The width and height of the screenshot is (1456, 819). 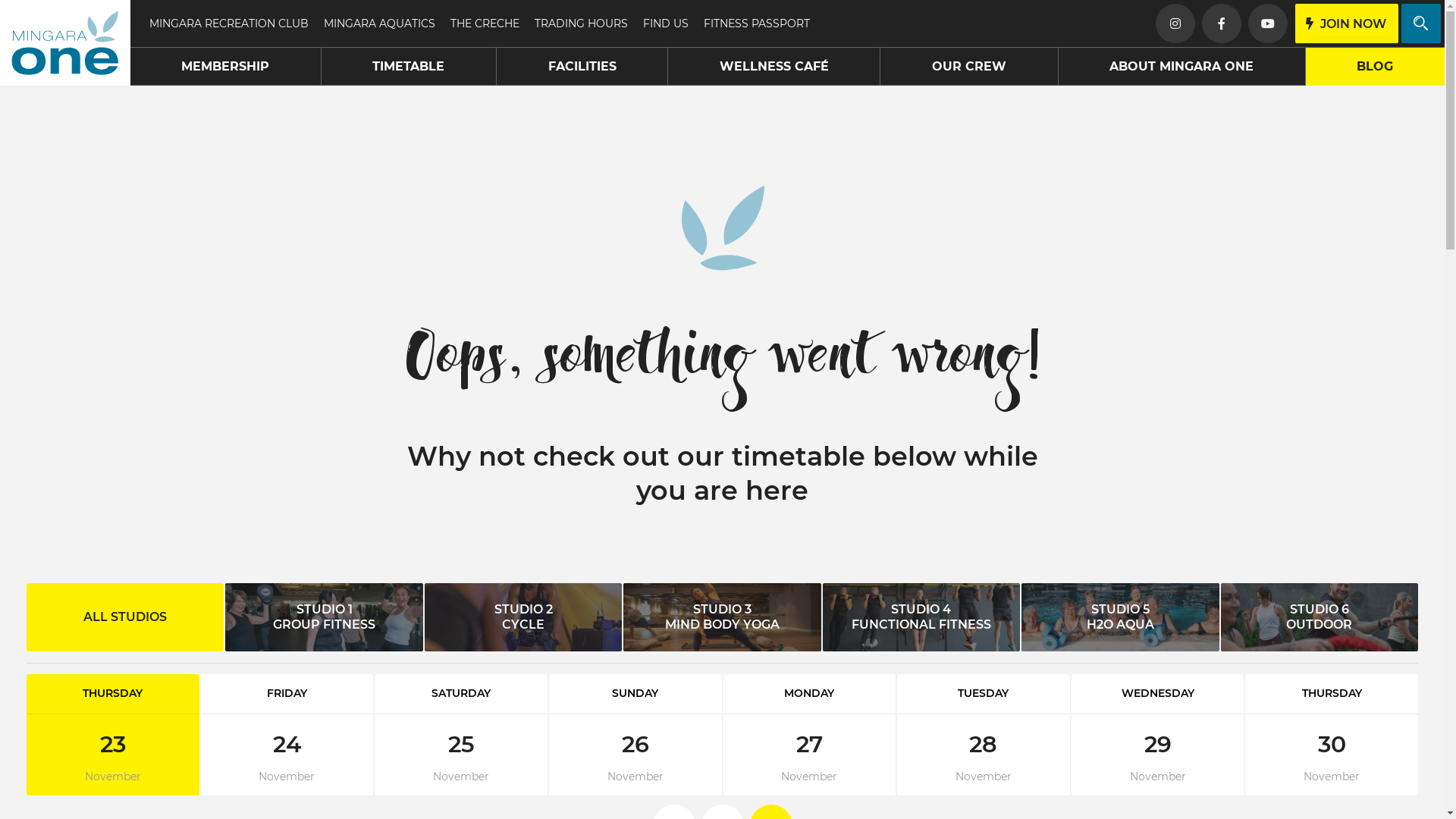 What do you see at coordinates (323, 617) in the screenshot?
I see `'STUDIO 1` at bounding box center [323, 617].